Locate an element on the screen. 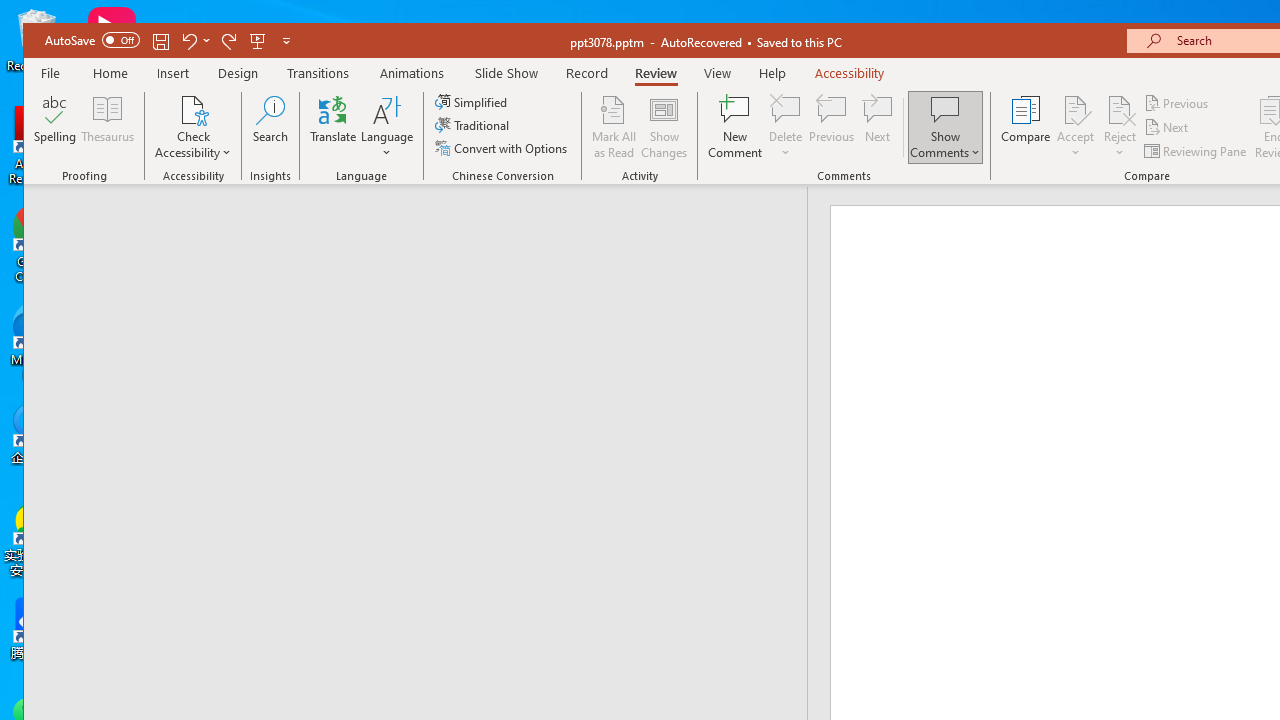 Image resolution: width=1280 pixels, height=720 pixels. 'Previous' is located at coordinates (1177, 103).